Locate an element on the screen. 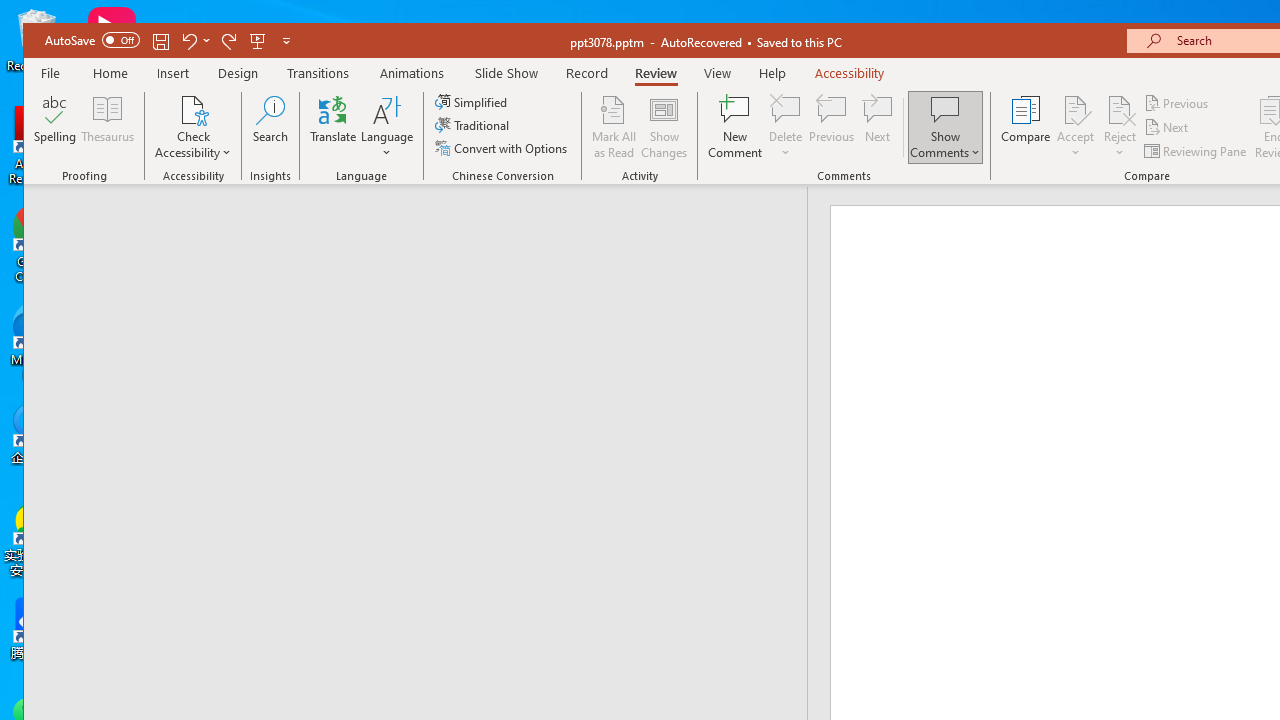 Image resolution: width=1280 pixels, height=720 pixels. 'Previous' is located at coordinates (1177, 103).